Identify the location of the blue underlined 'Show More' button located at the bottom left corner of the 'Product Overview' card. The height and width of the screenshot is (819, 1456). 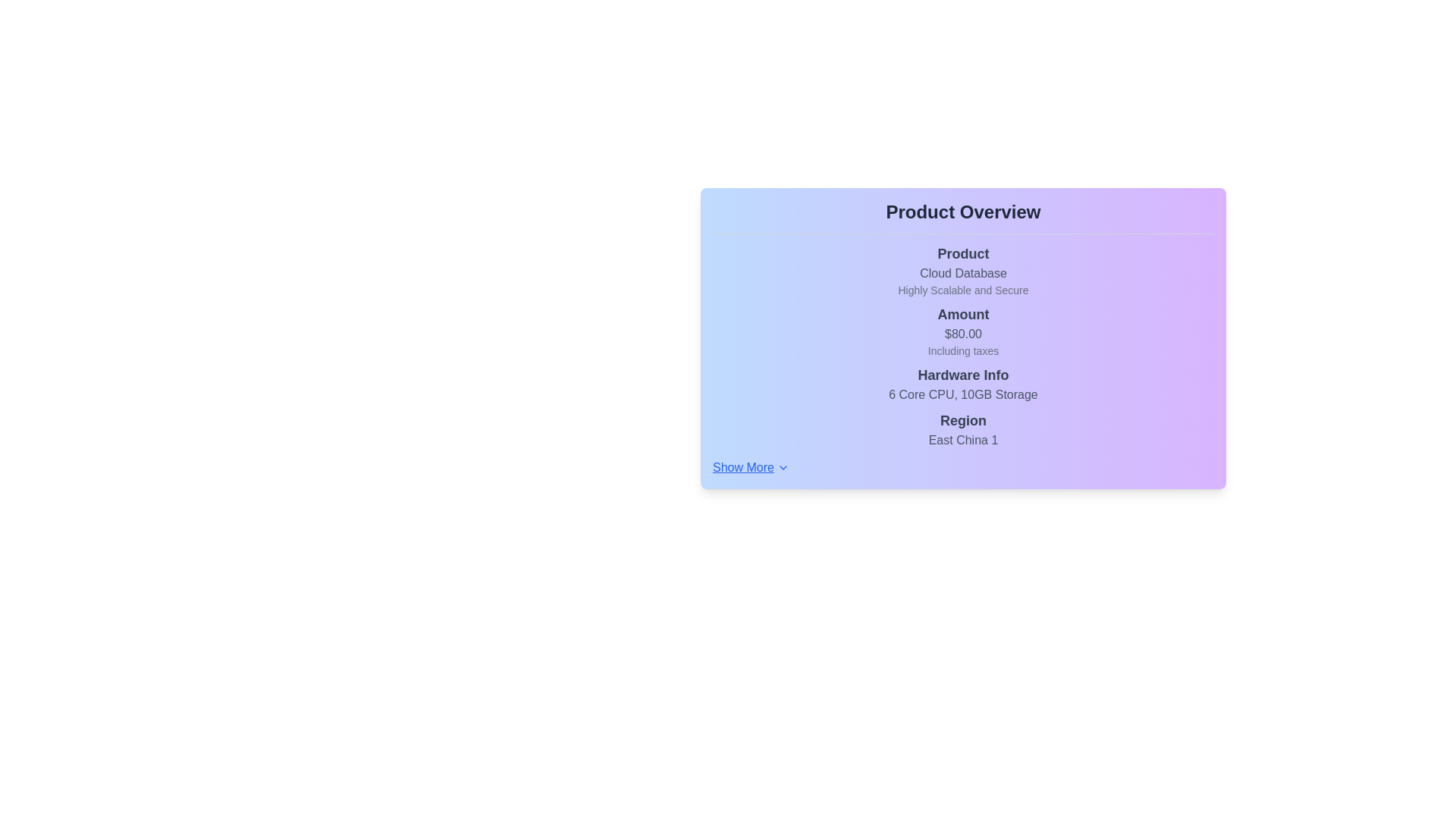
(751, 467).